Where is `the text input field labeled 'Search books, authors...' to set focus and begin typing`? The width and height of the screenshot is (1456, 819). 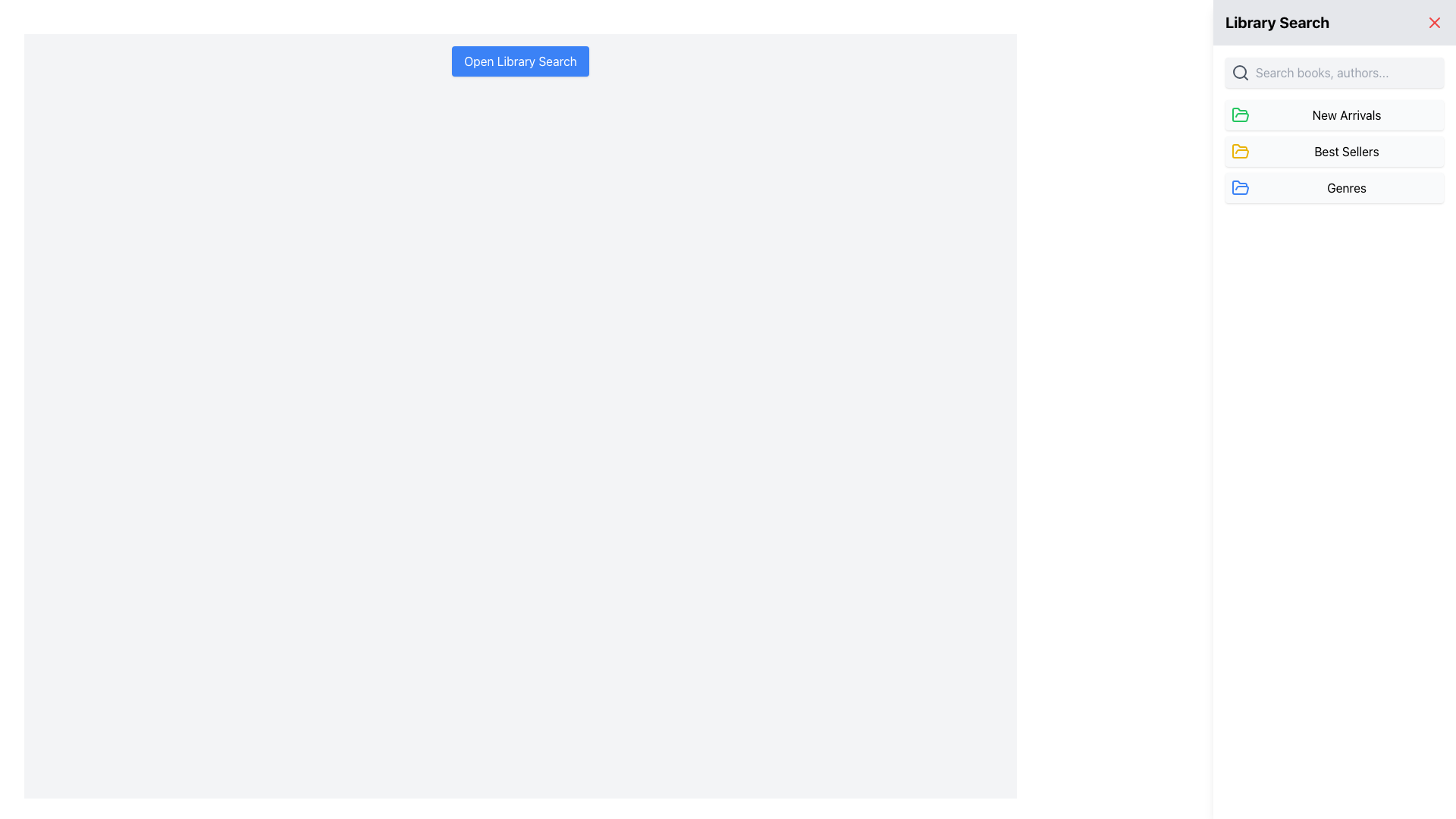 the text input field labeled 'Search books, authors...' to set focus and begin typing is located at coordinates (1347, 73).